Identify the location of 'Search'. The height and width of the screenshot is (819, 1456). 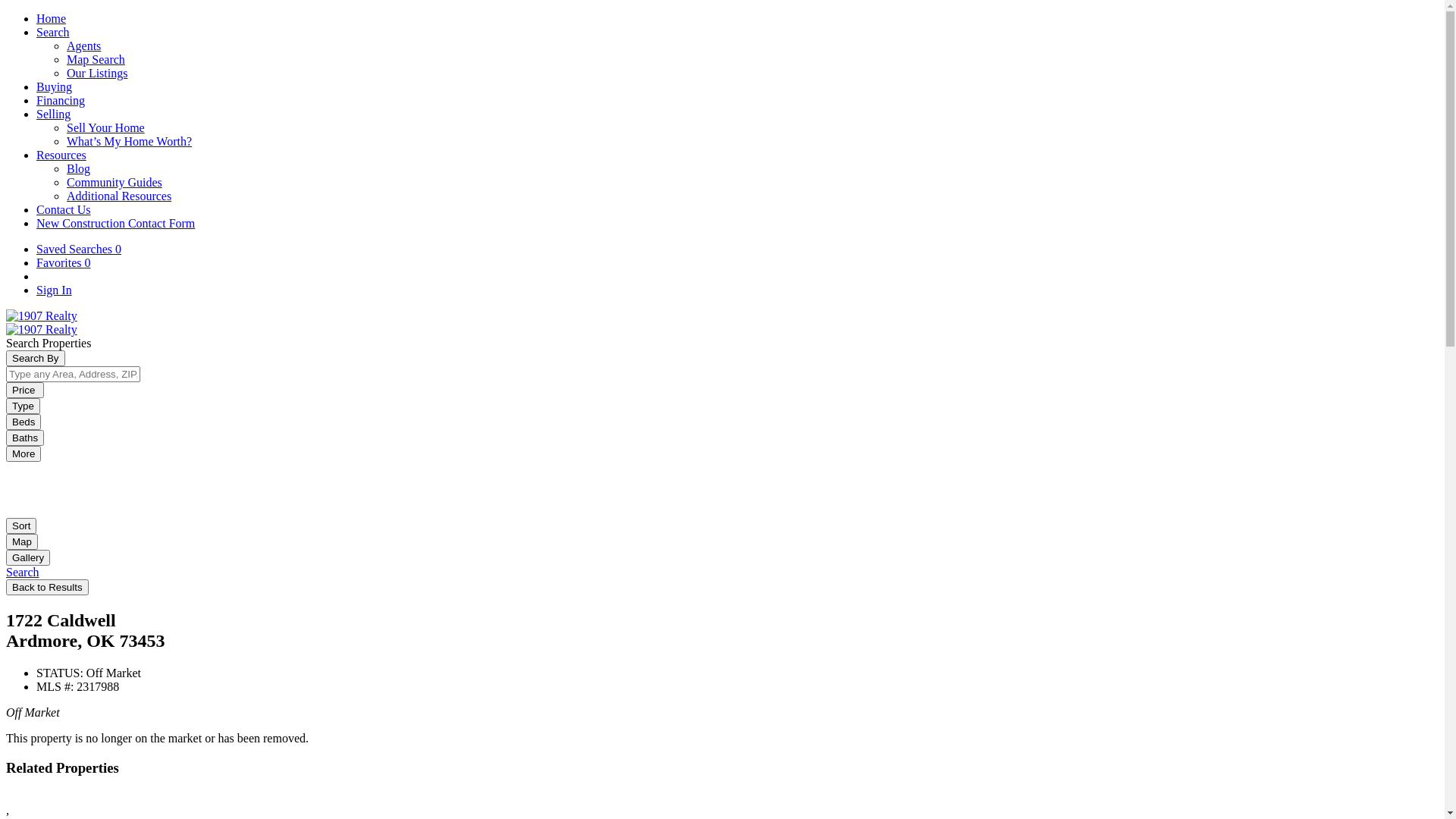
(22, 572).